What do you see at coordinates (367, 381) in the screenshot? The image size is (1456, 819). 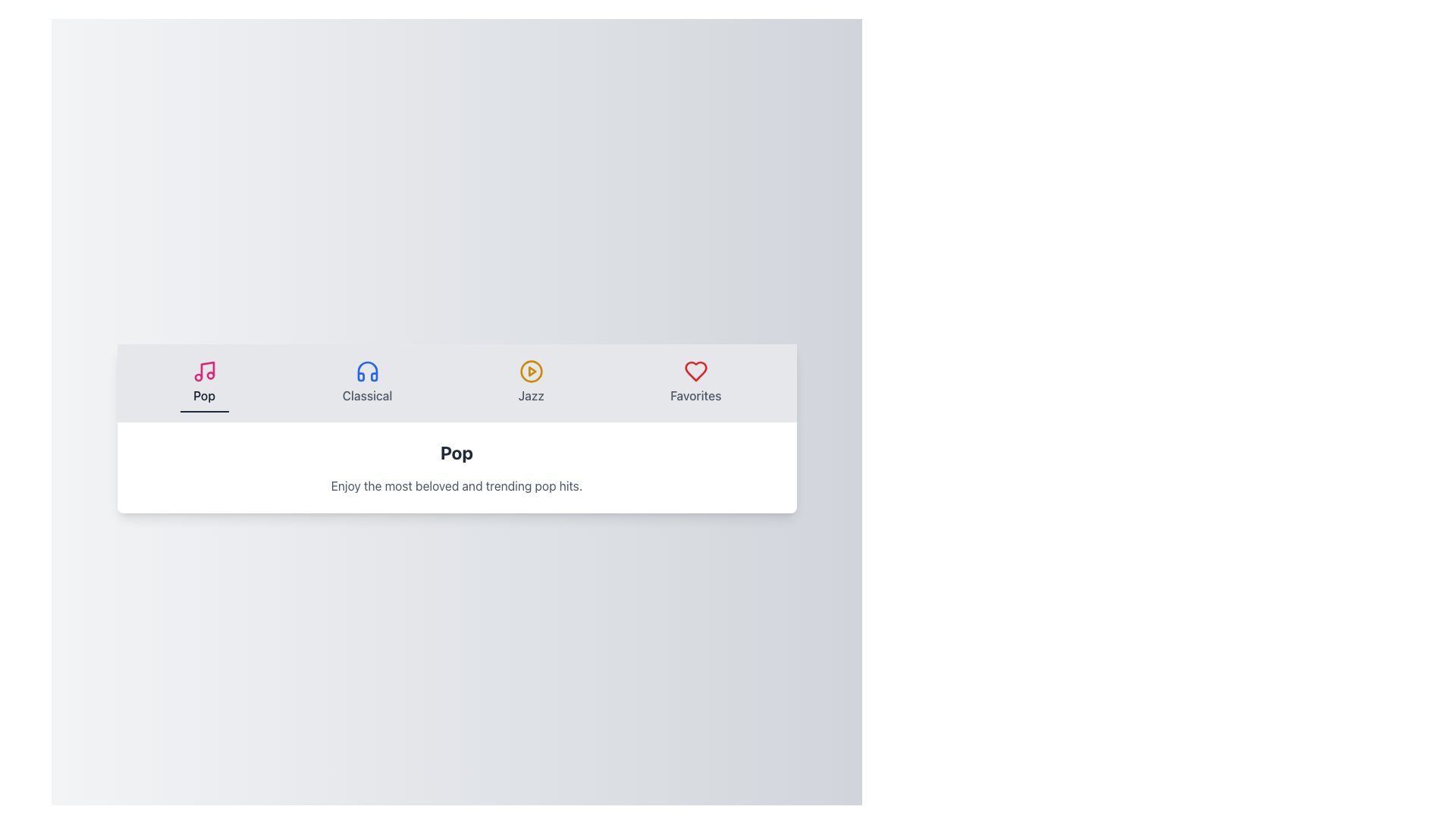 I see `the 'Classical' button located in the navigation bar` at bounding box center [367, 381].